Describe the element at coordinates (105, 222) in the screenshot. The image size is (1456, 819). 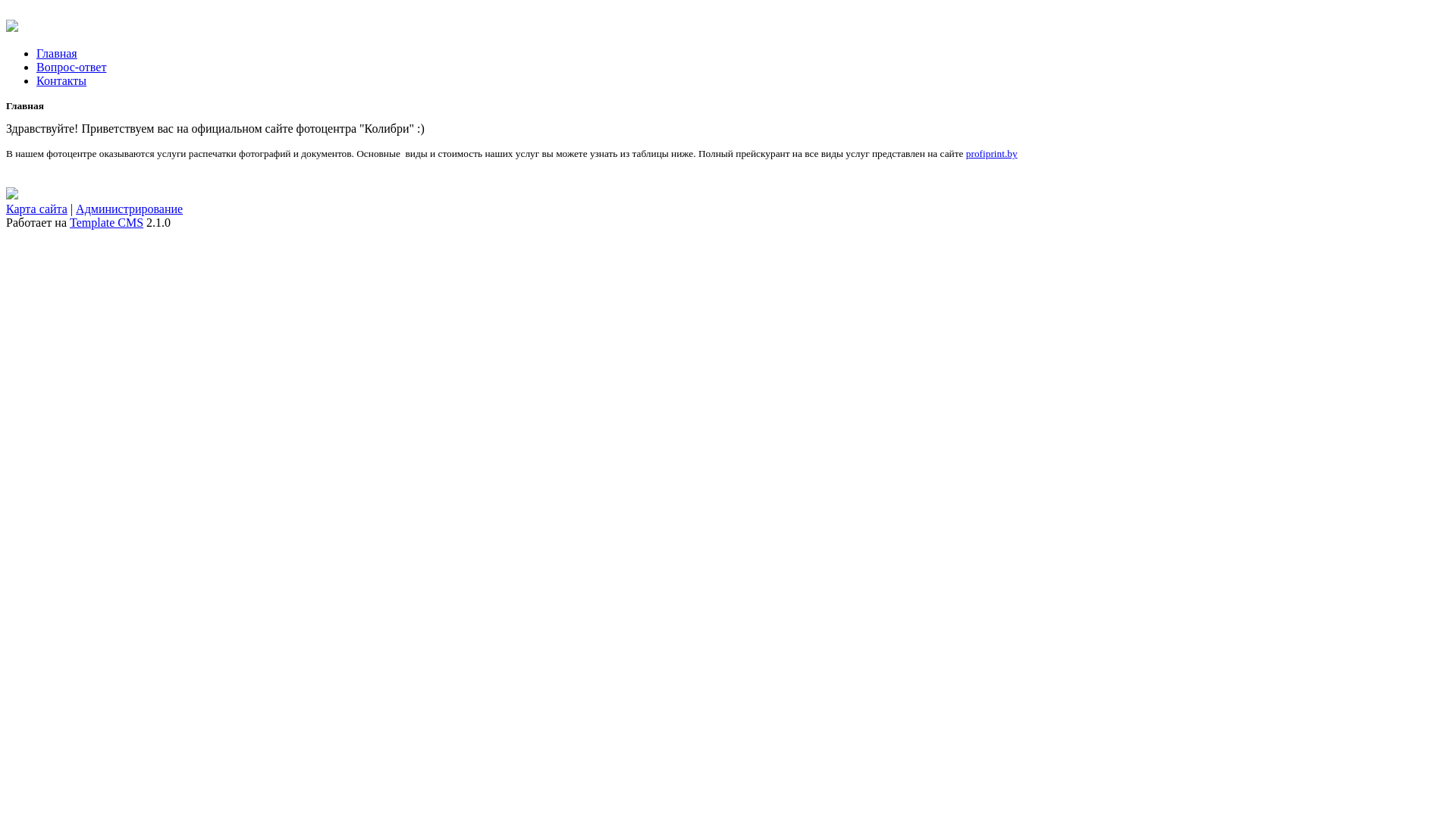
I see `'Template CMS'` at that location.